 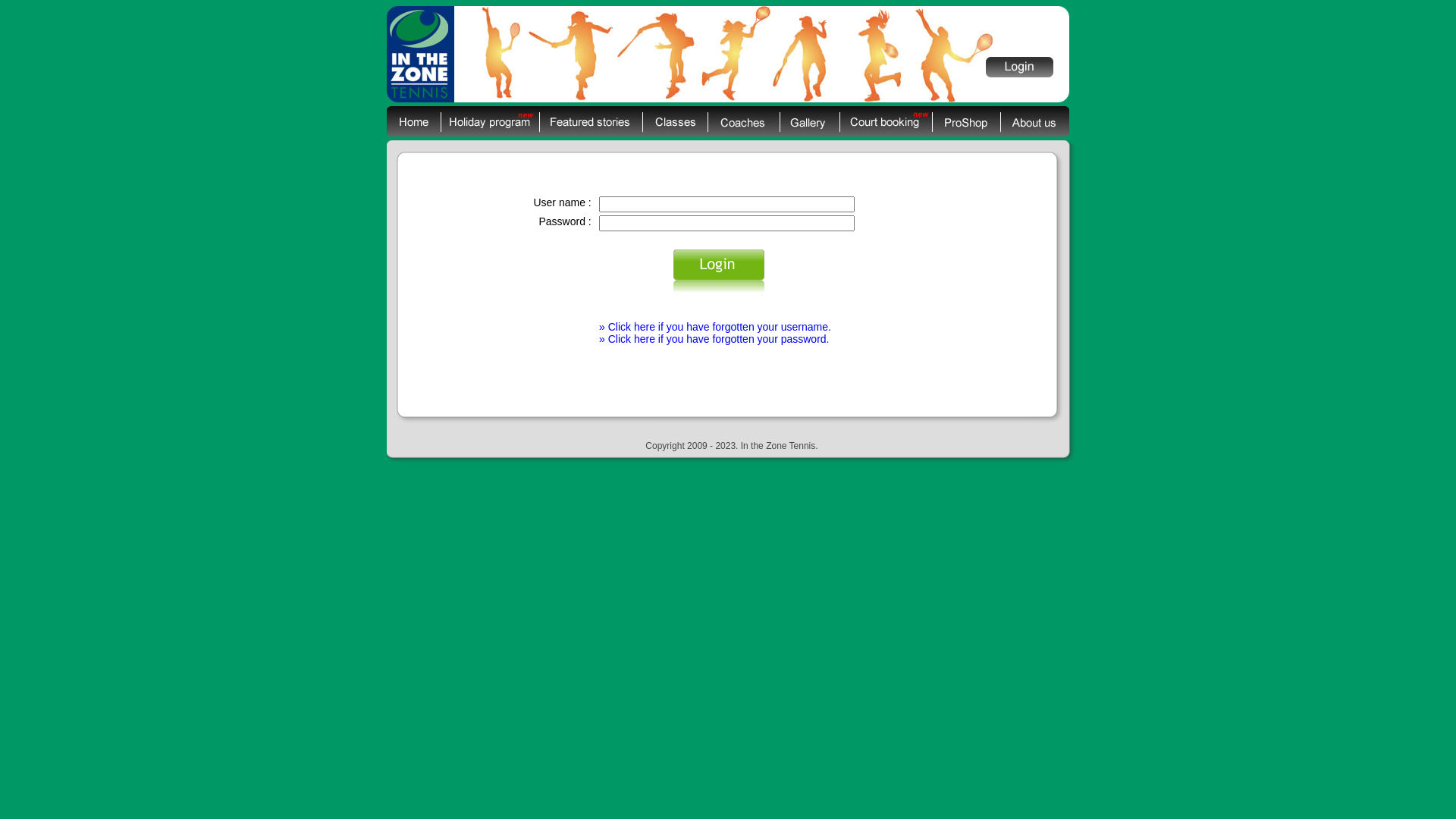 What do you see at coordinates (490, 120) in the screenshot?
I see `'School Holiday Programs'` at bounding box center [490, 120].